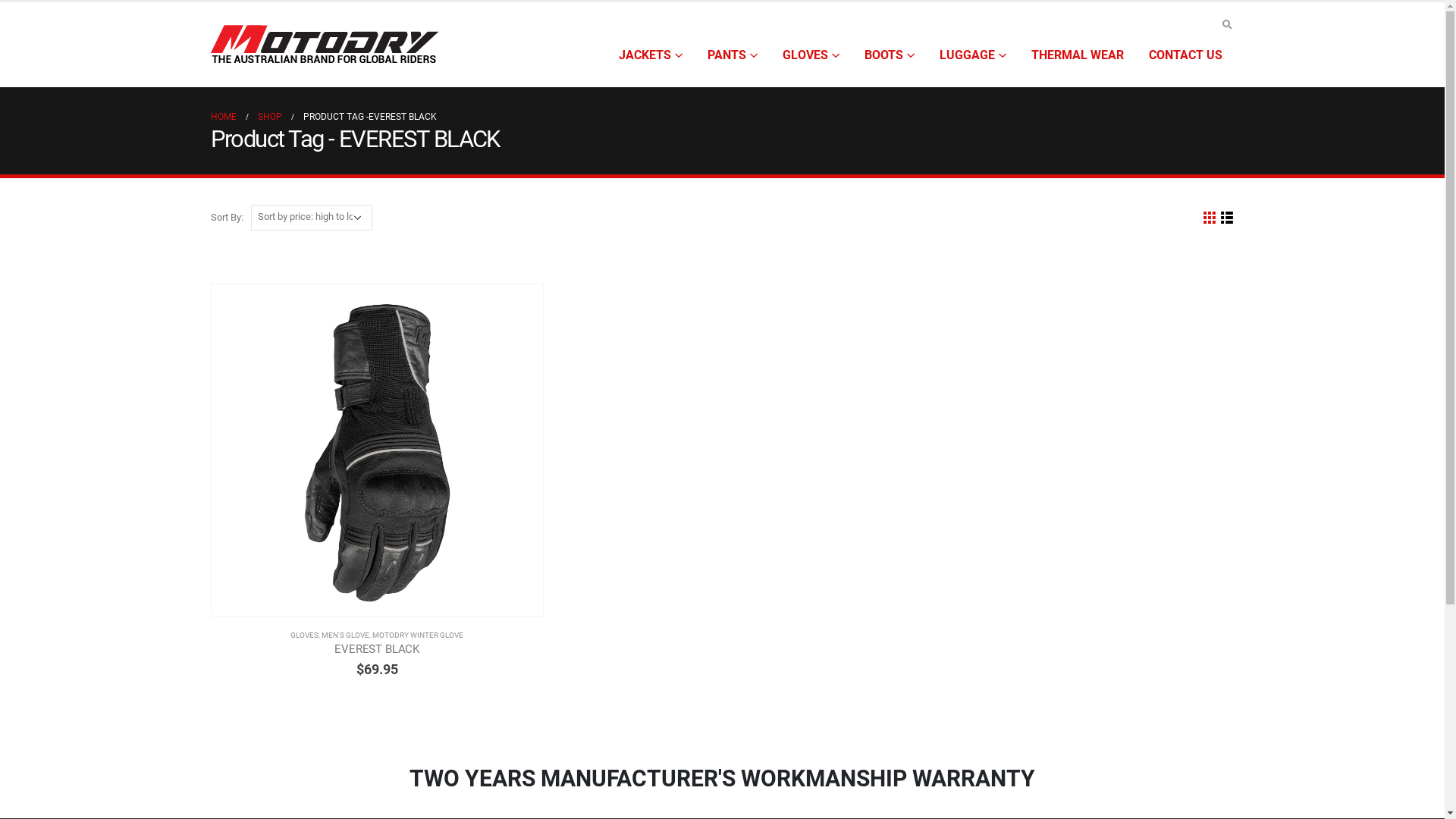 Image resolution: width=1456 pixels, height=819 pixels. Describe the element at coordinates (731, 55) in the screenshot. I see `'PANTS'` at that location.